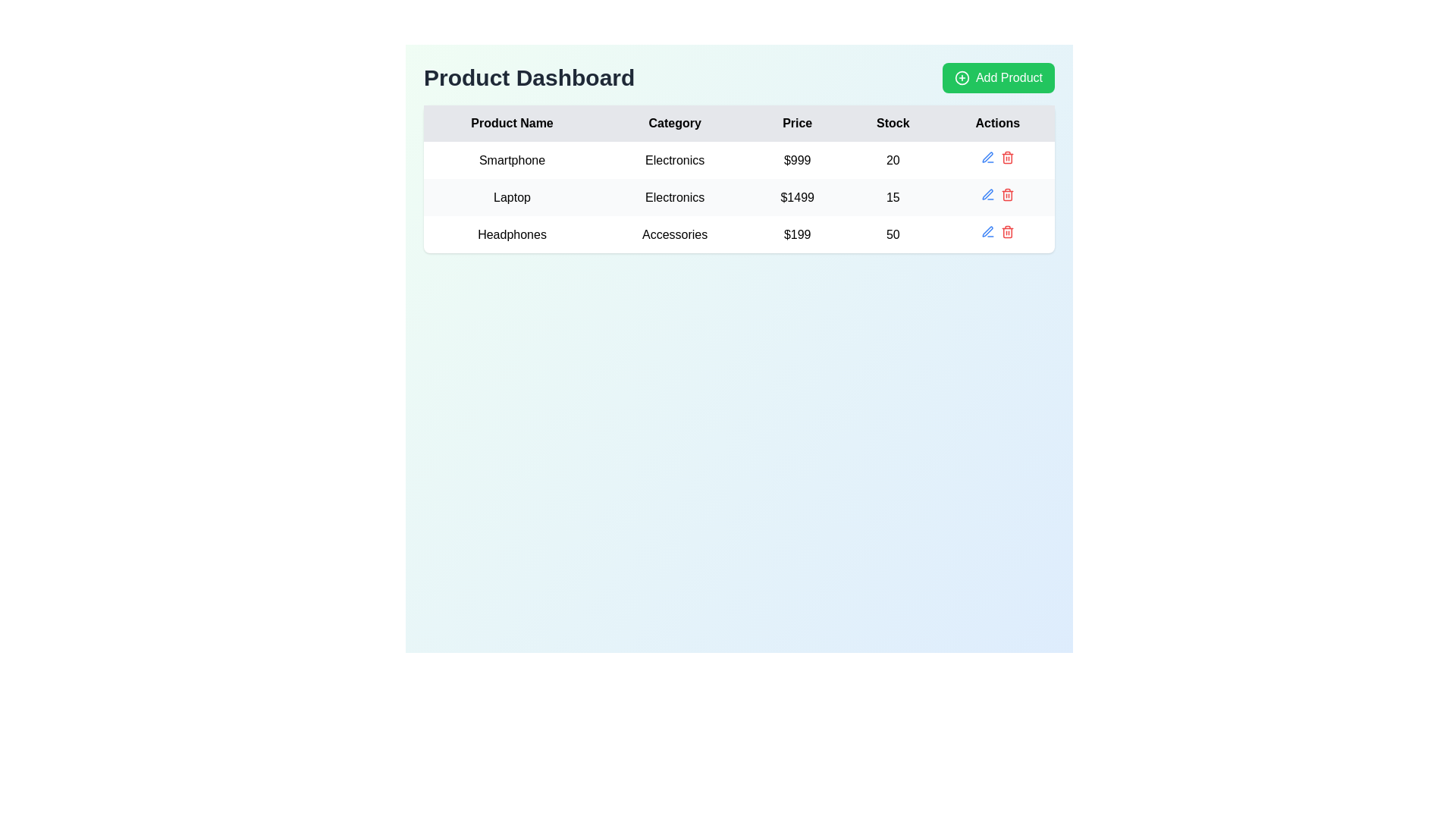 The width and height of the screenshot is (1456, 819). Describe the element at coordinates (529, 78) in the screenshot. I see `the bold heading 'Product Dashboard' located at the top-left section of the page` at that location.